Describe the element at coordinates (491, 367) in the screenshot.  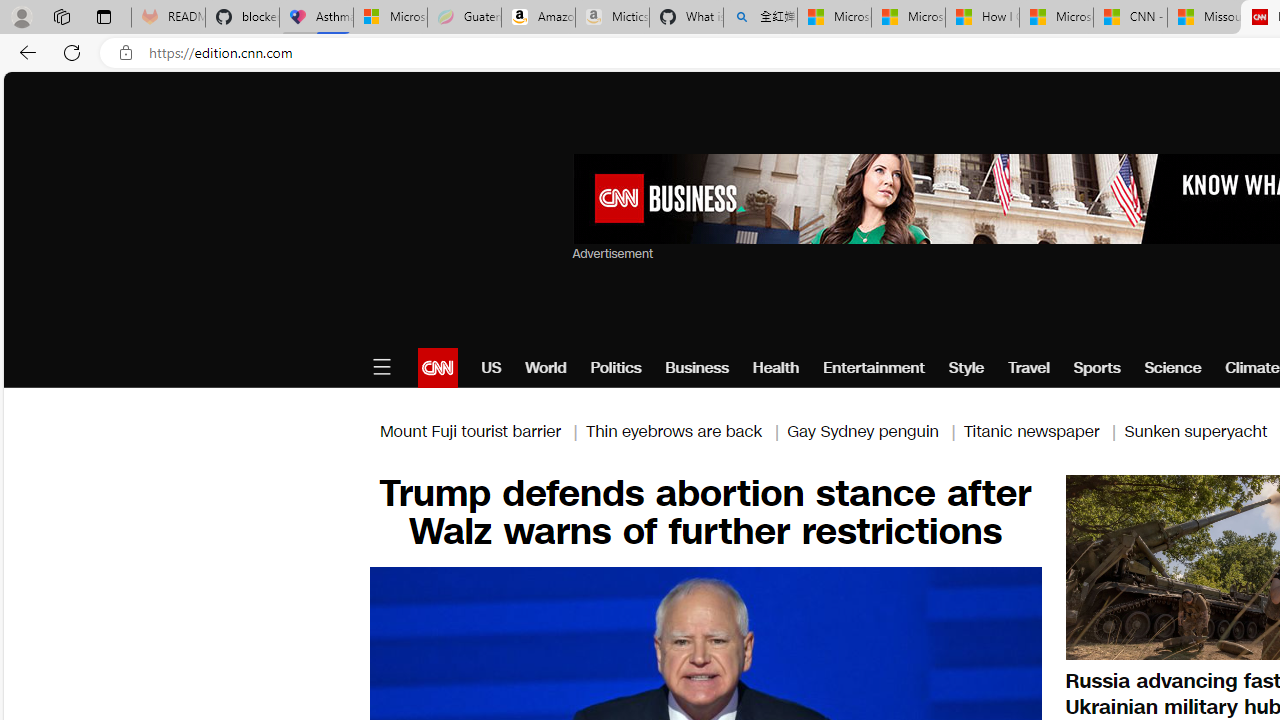
I see `'US'` at that location.